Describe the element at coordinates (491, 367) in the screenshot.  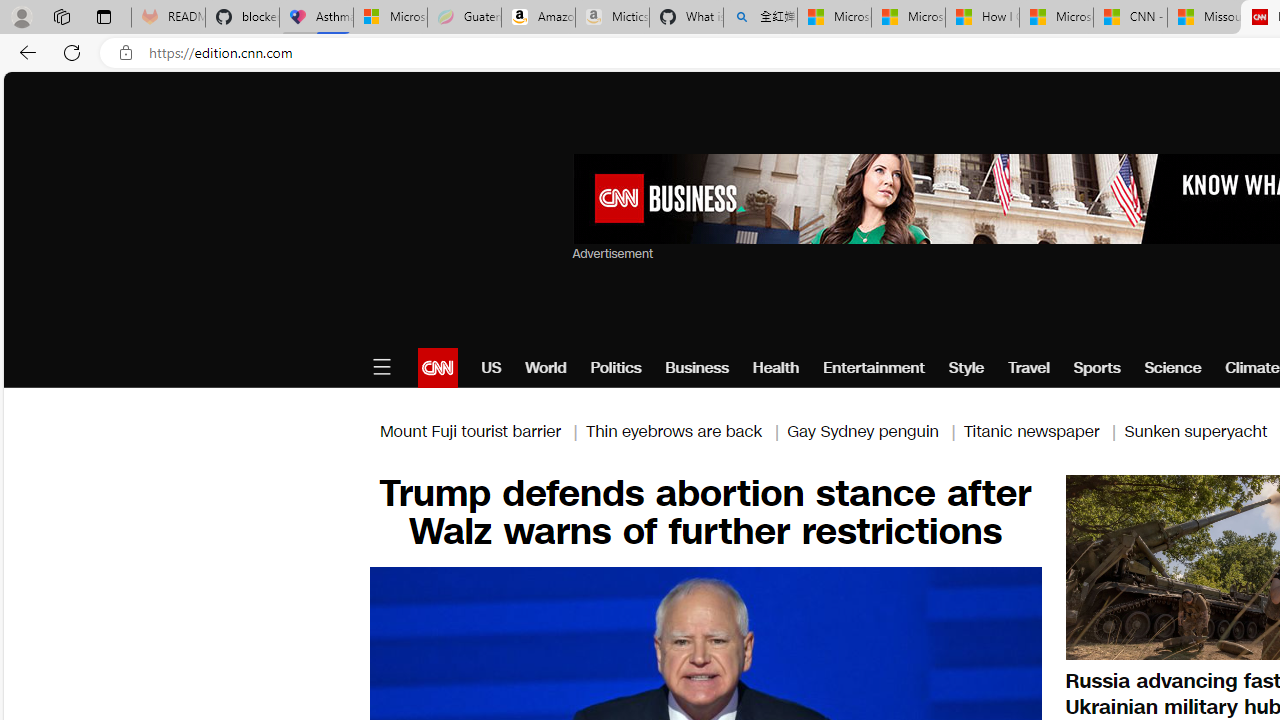
I see `'US'` at that location.